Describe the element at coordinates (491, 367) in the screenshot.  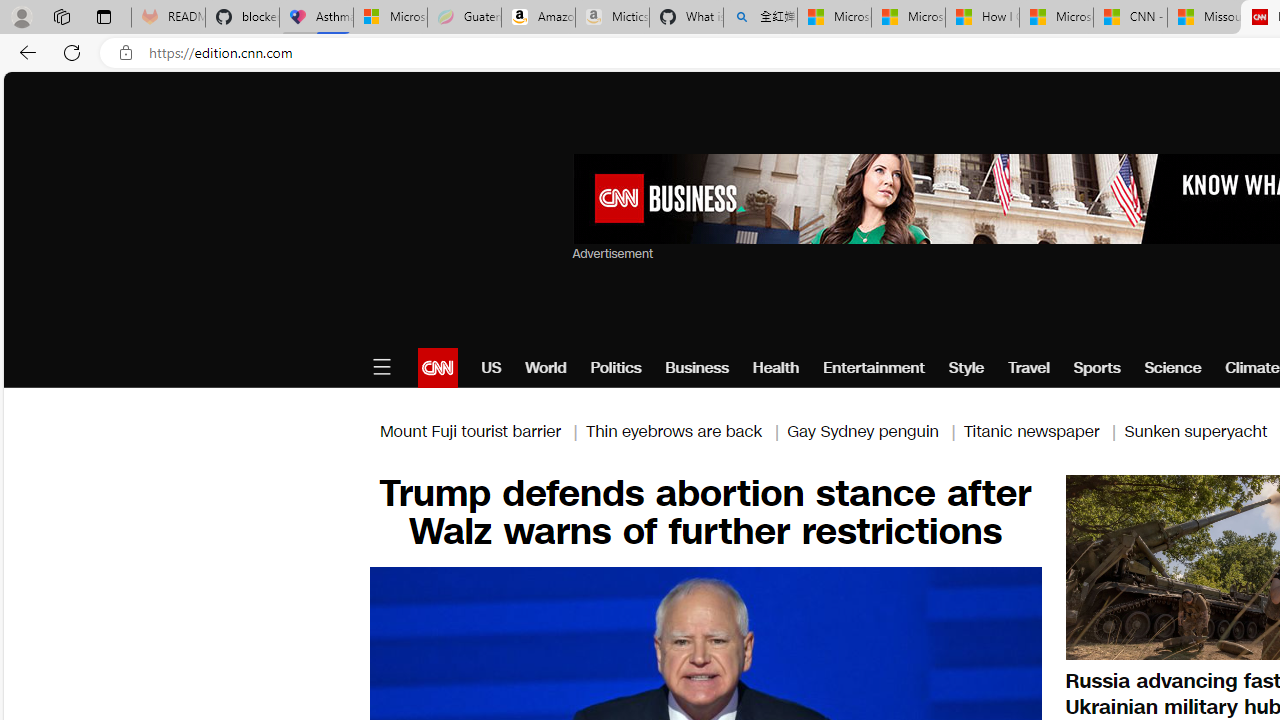
I see `'US'` at that location.